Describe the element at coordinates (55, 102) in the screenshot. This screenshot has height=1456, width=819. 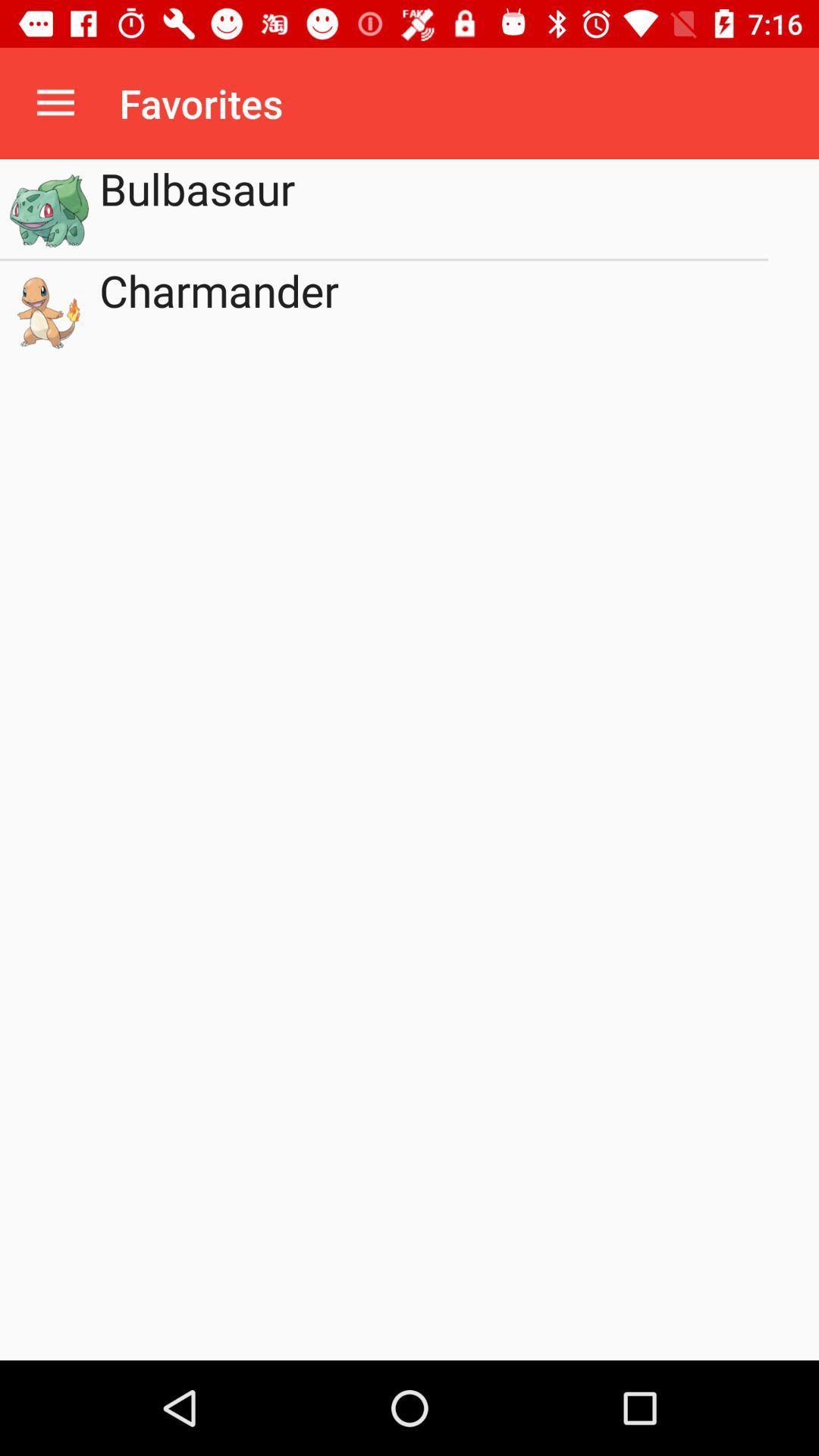
I see `icon next to favorites item` at that location.